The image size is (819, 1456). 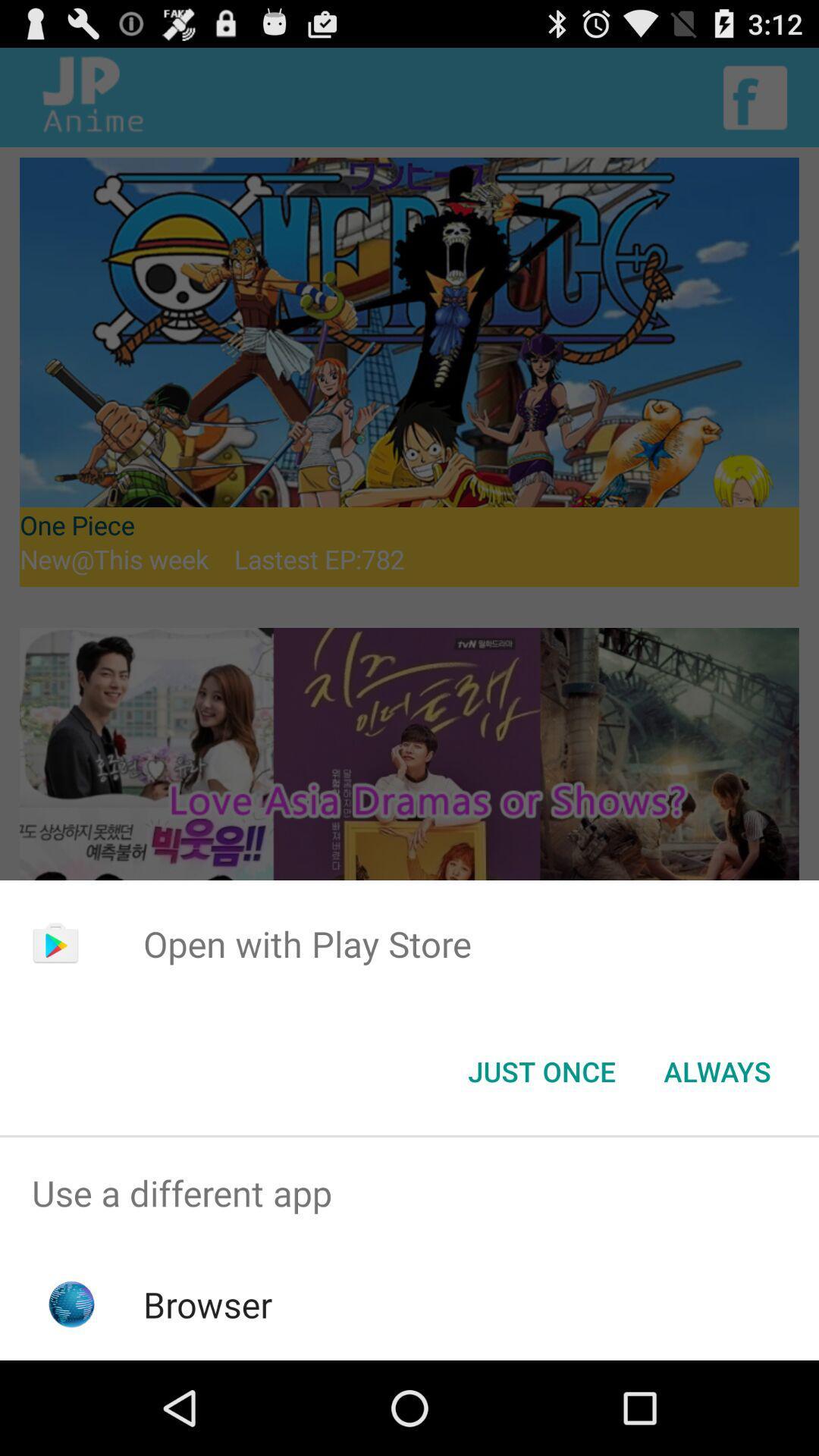 What do you see at coordinates (541, 1070) in the screenshot?
I see `button next to the always icon` at bounding box center [541, 1070].